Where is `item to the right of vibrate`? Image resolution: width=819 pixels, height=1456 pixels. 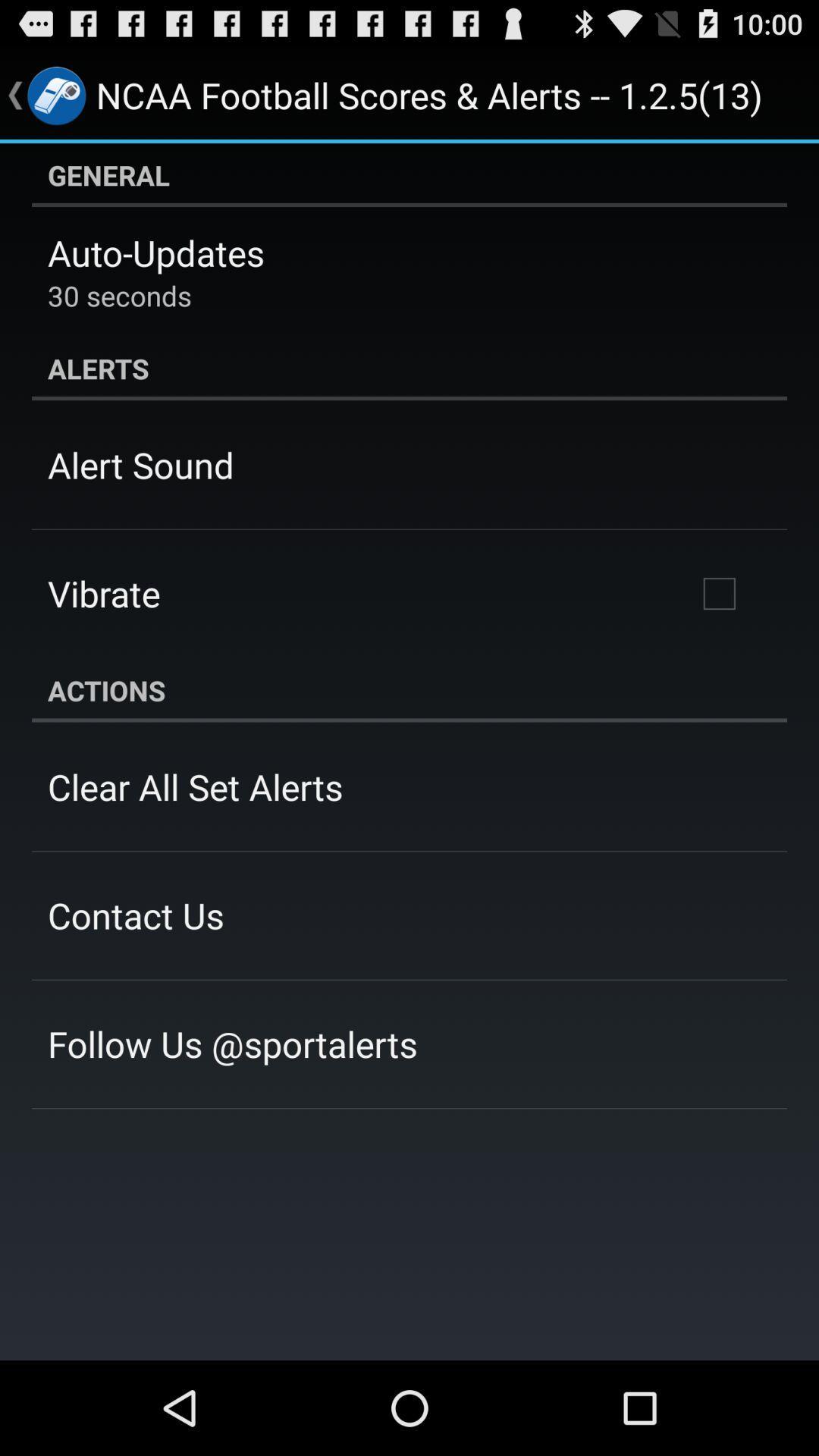 item to the right of vibrate is located at coordinates (718, 592).